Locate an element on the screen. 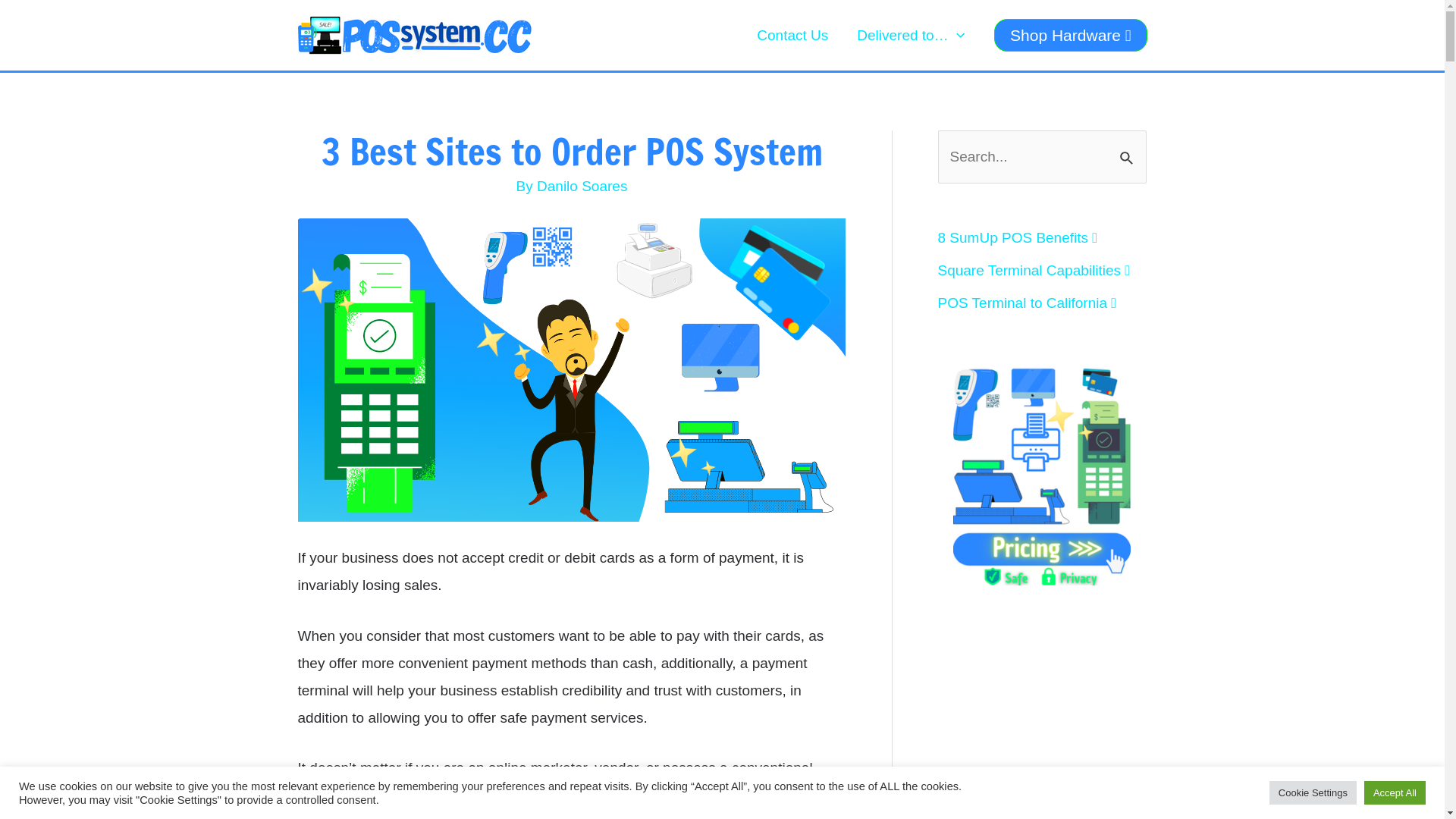  'Contact Us' is located at coordinates (742, 34).